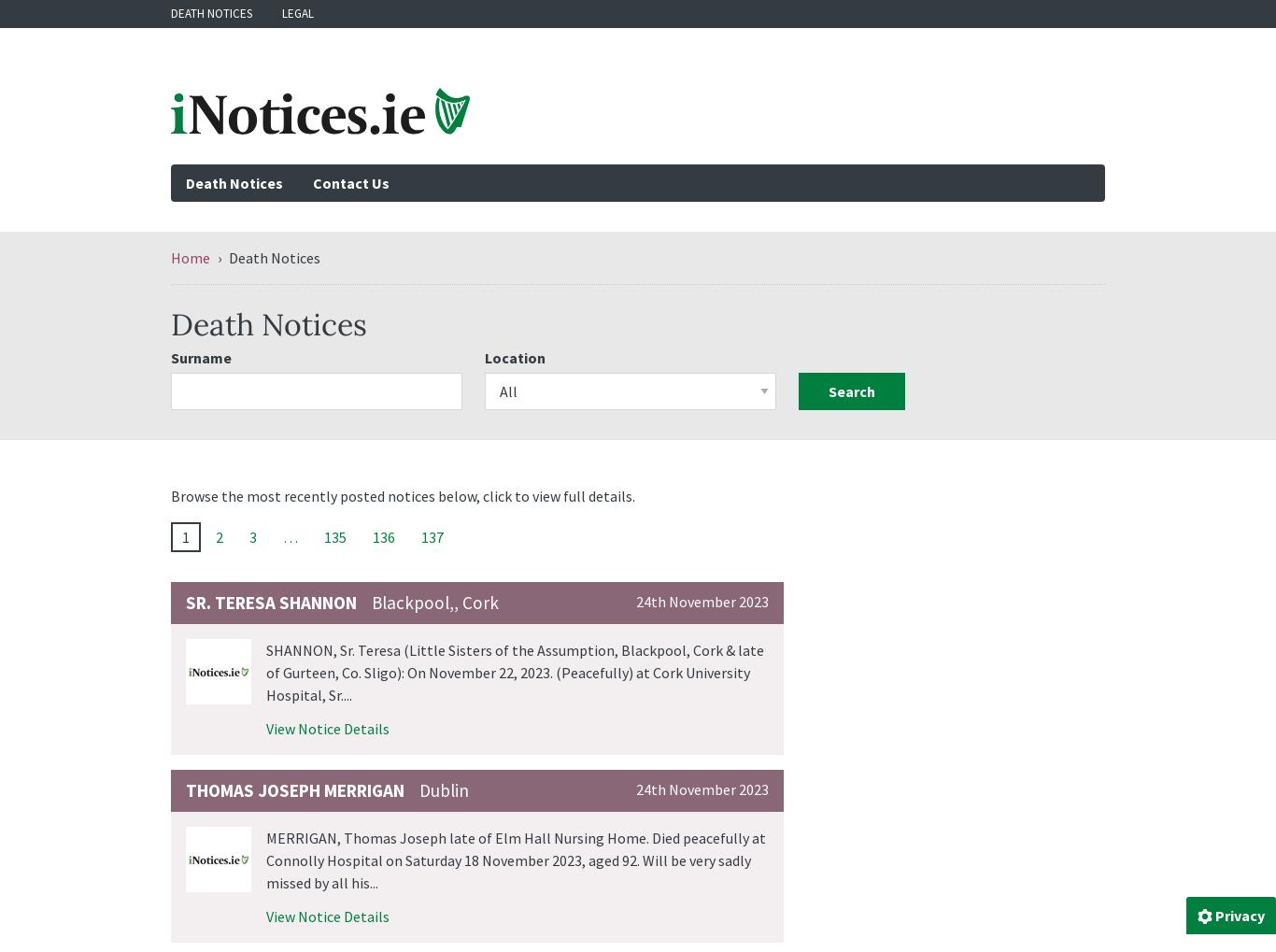  What do you see at coordinates (185, 536) in the screenshot?
I see `'1'` at bounding box center [185, 536].